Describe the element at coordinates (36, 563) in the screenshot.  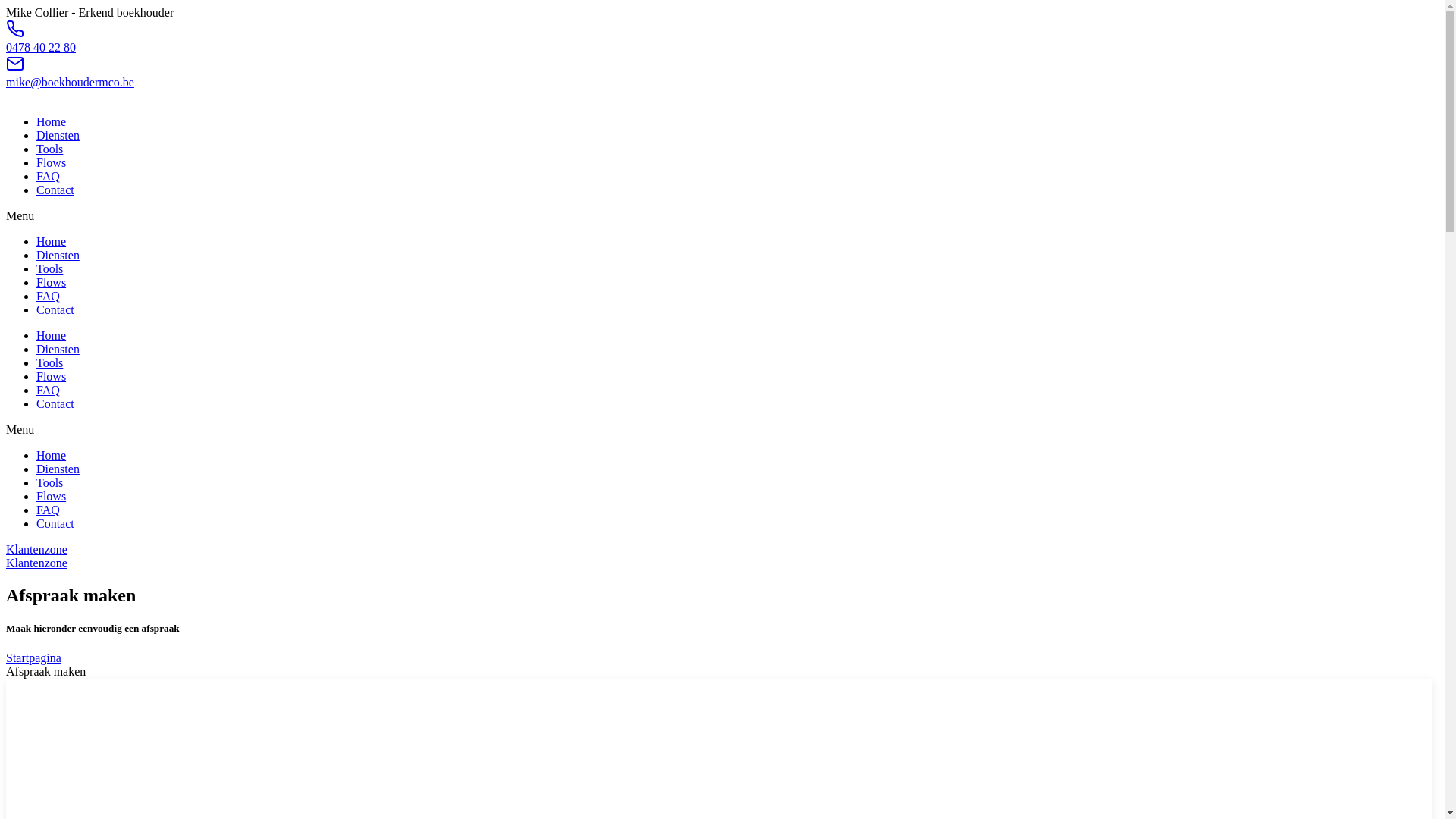
I see `'Klantenzone'` at that location.